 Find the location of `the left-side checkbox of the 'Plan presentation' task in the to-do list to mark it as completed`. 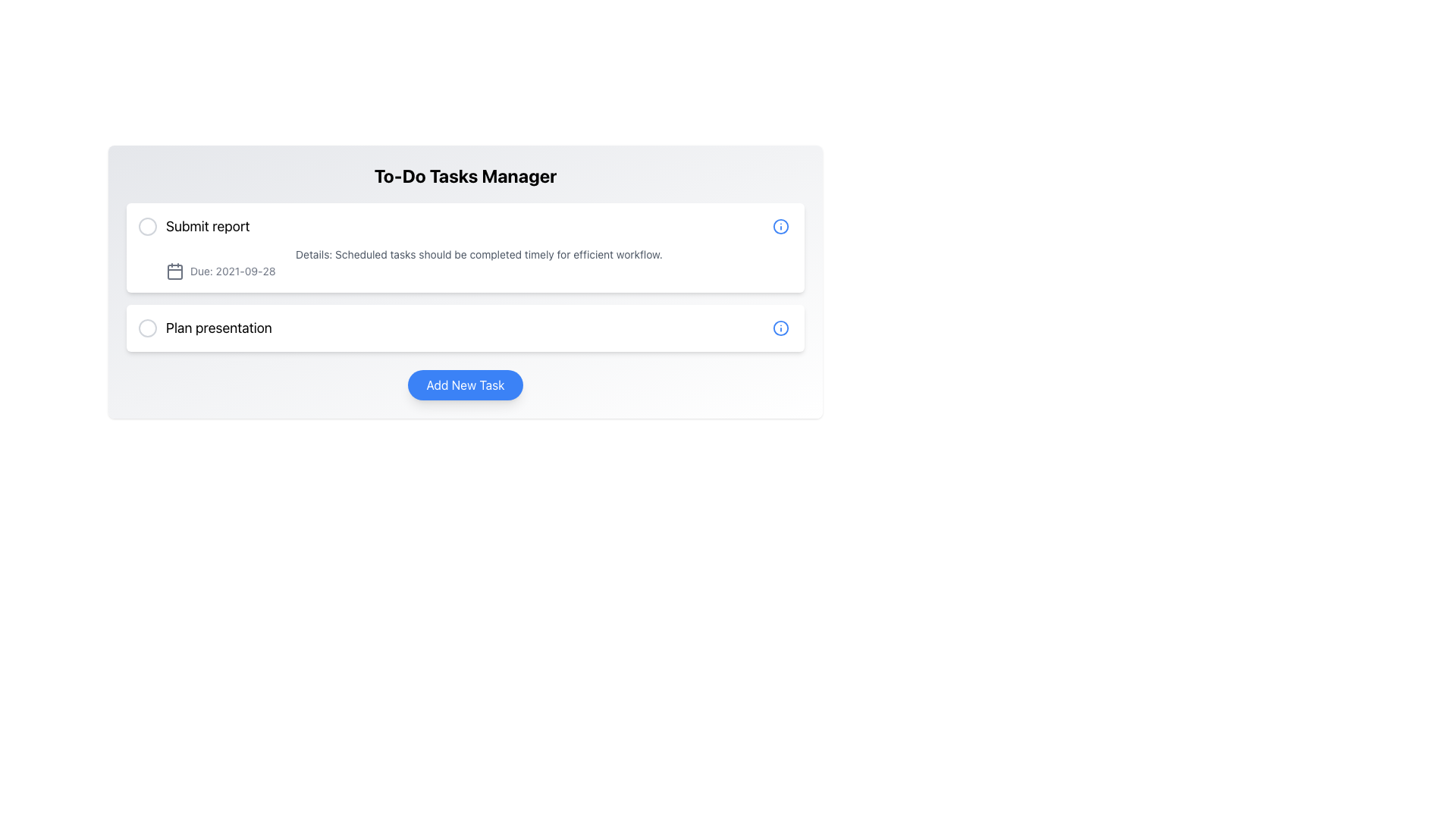

the left-side checkbox of the 'Plan presentation' task in the to-do list to mark it as completed is located at coordinates (465, 327).